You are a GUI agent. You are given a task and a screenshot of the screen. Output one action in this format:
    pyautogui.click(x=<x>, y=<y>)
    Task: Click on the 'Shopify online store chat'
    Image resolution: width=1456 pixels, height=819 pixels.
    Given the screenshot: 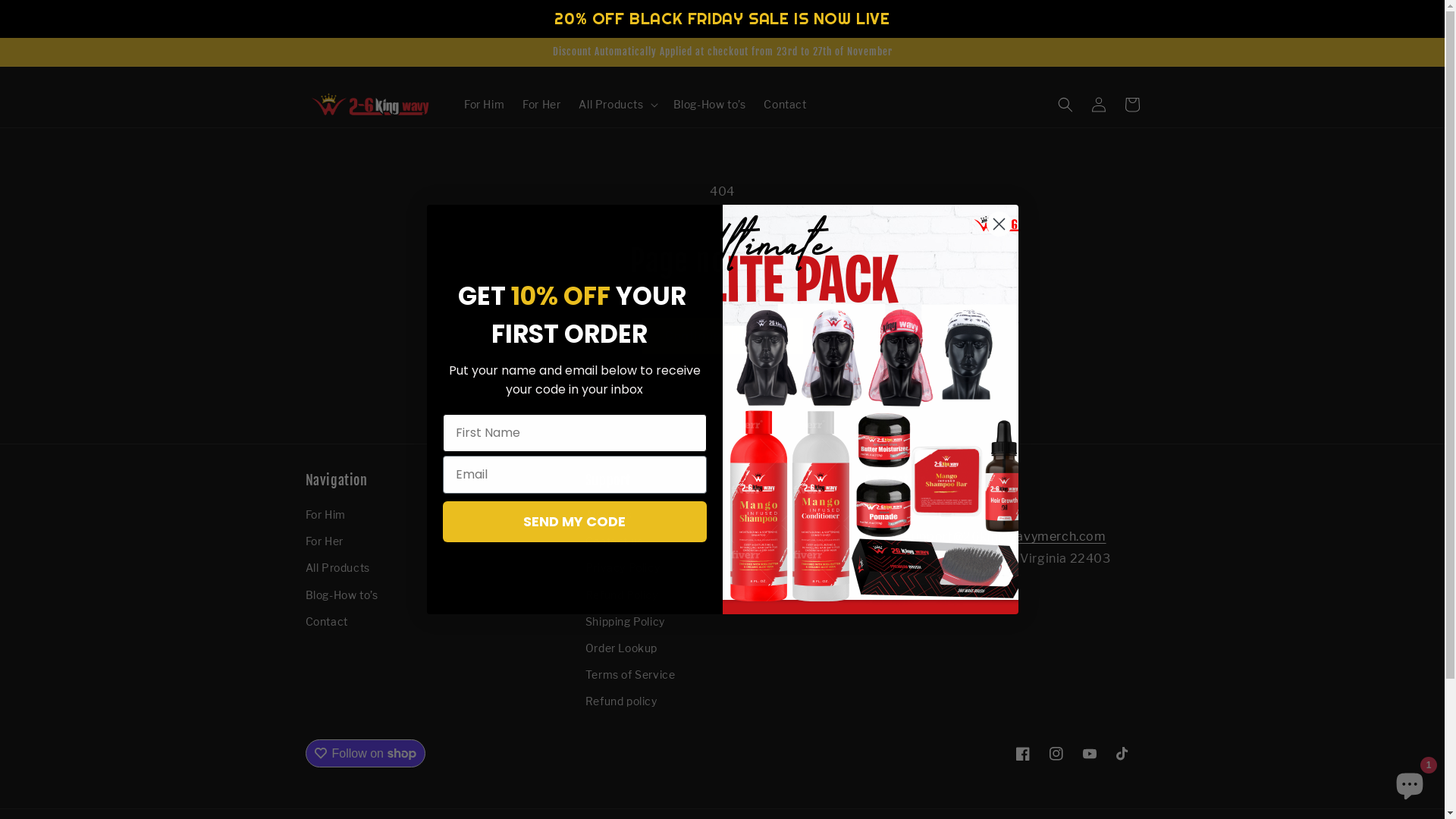 What is the action you would take?
    pyautogui.click(x=1408, y=780)
    